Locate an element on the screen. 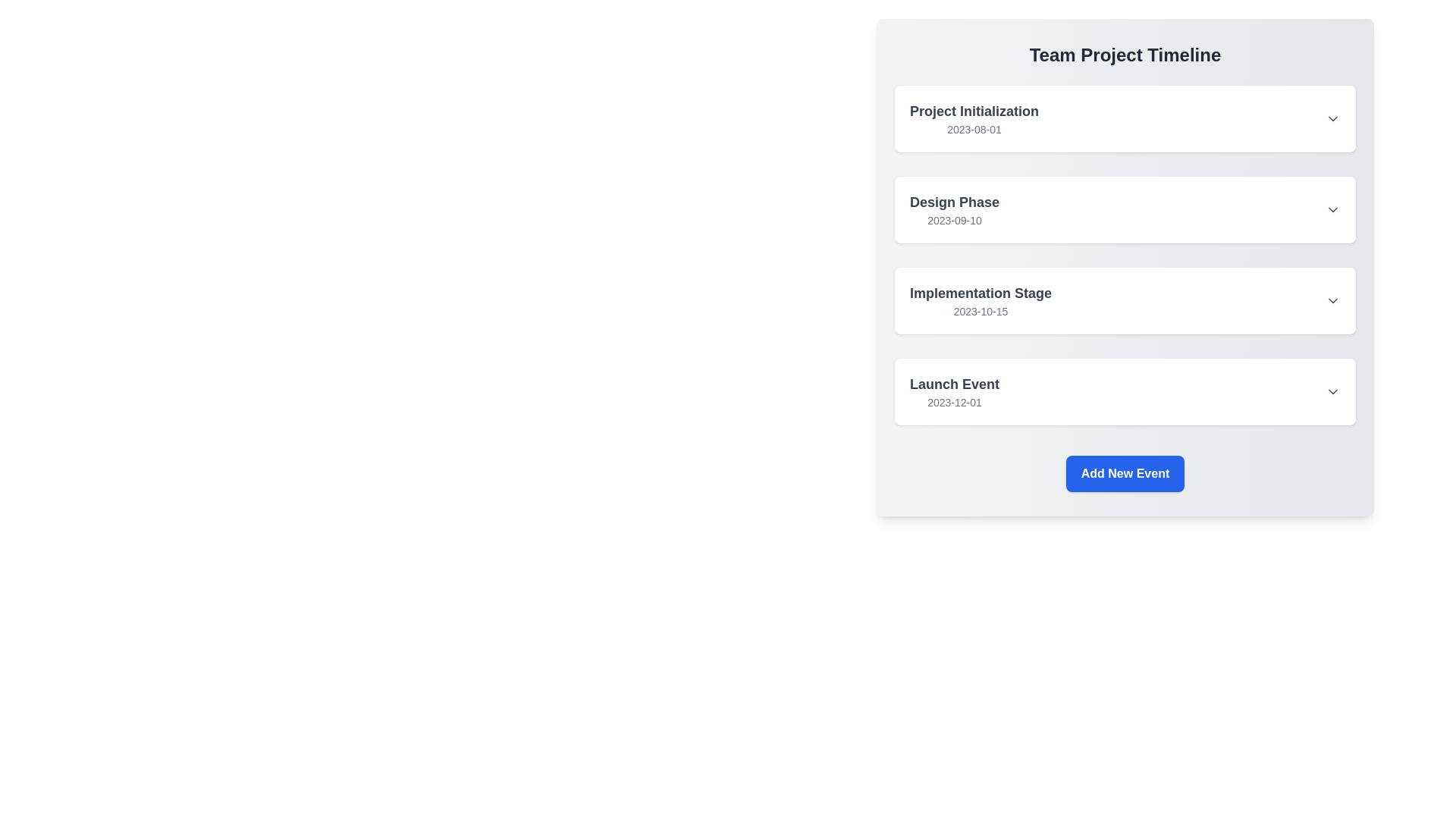 This screenshot has height=819, width=1456. the static text label 'Design Phase' located at the top of the second card in a vertical stack of four cards, which helps identify the current stage of the project timeline is located at coordinates (953, 201).